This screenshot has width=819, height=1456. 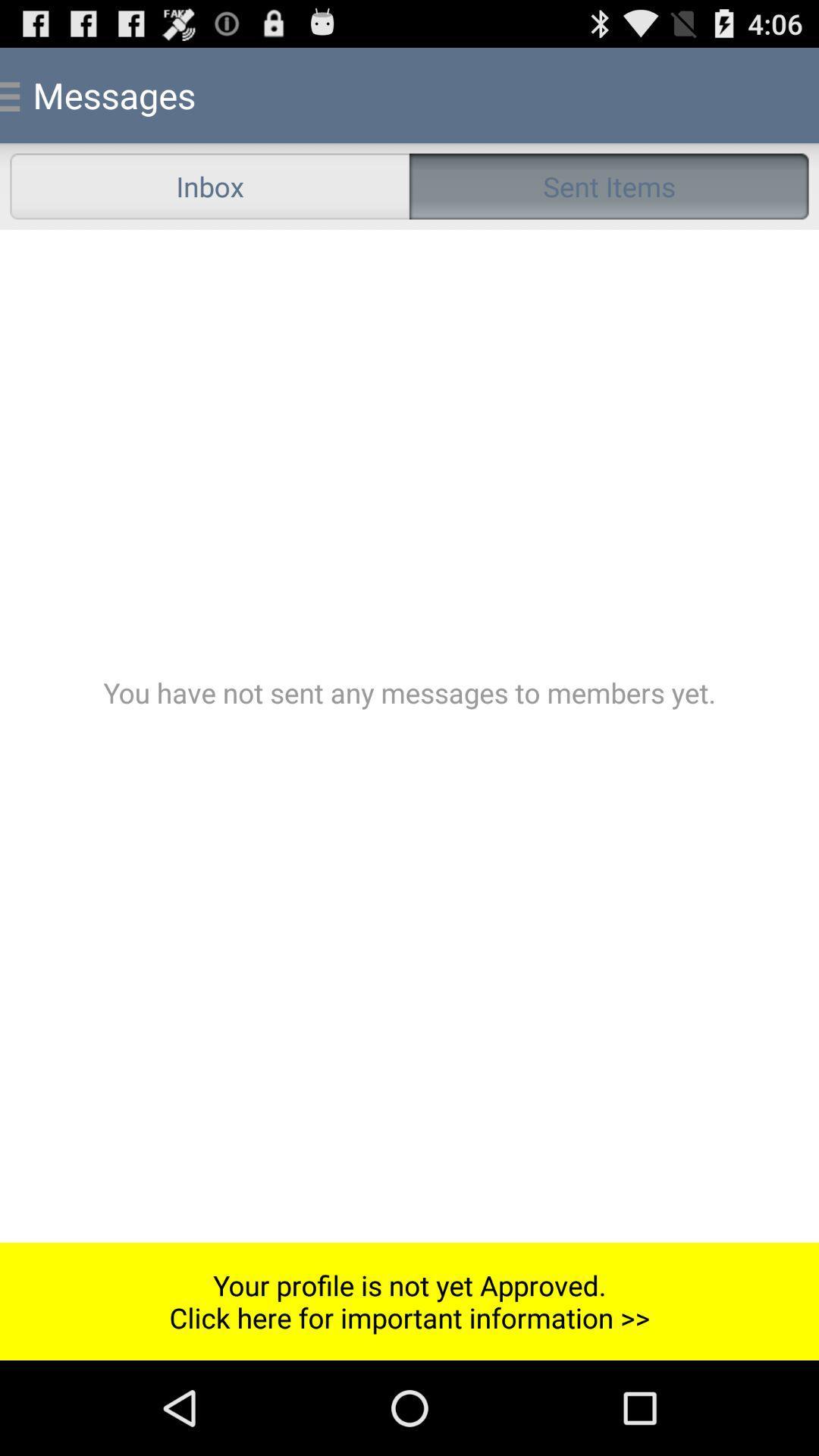 I want to click on item at the top right corner, so click(x=608, y=185).